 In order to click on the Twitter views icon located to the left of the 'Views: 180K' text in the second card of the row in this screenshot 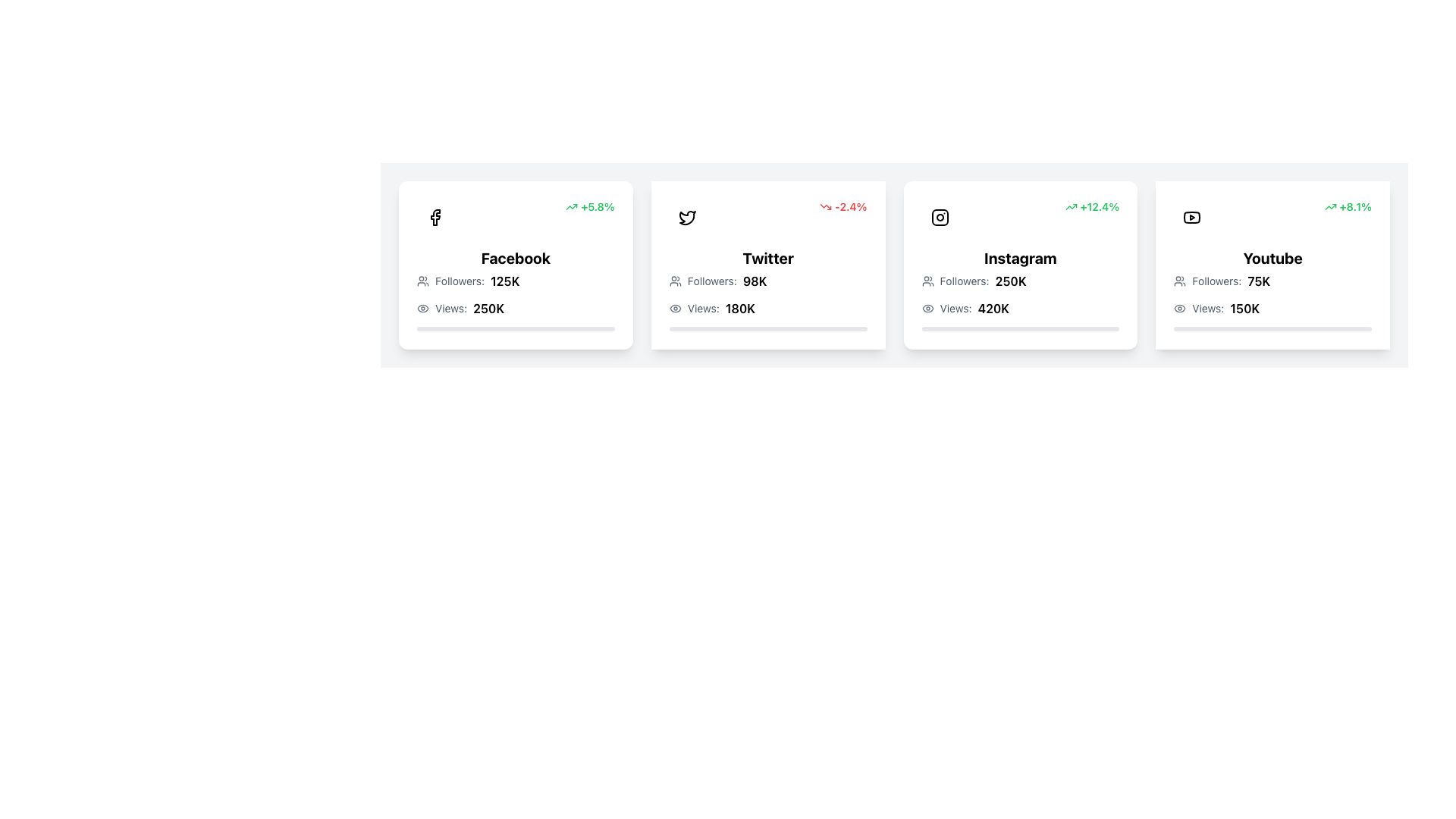, I will do `click(674, 308)`.